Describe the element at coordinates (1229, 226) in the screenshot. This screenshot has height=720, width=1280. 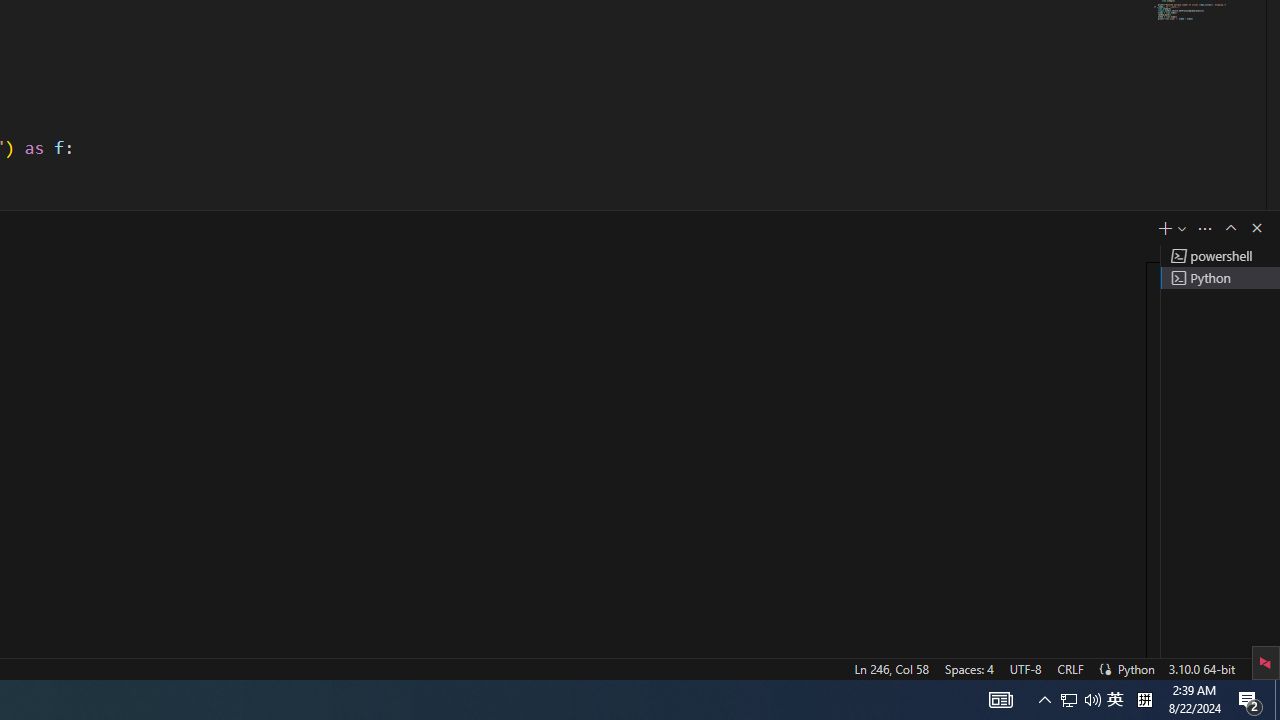
I see `'Maximize Panel Size'` at that location.